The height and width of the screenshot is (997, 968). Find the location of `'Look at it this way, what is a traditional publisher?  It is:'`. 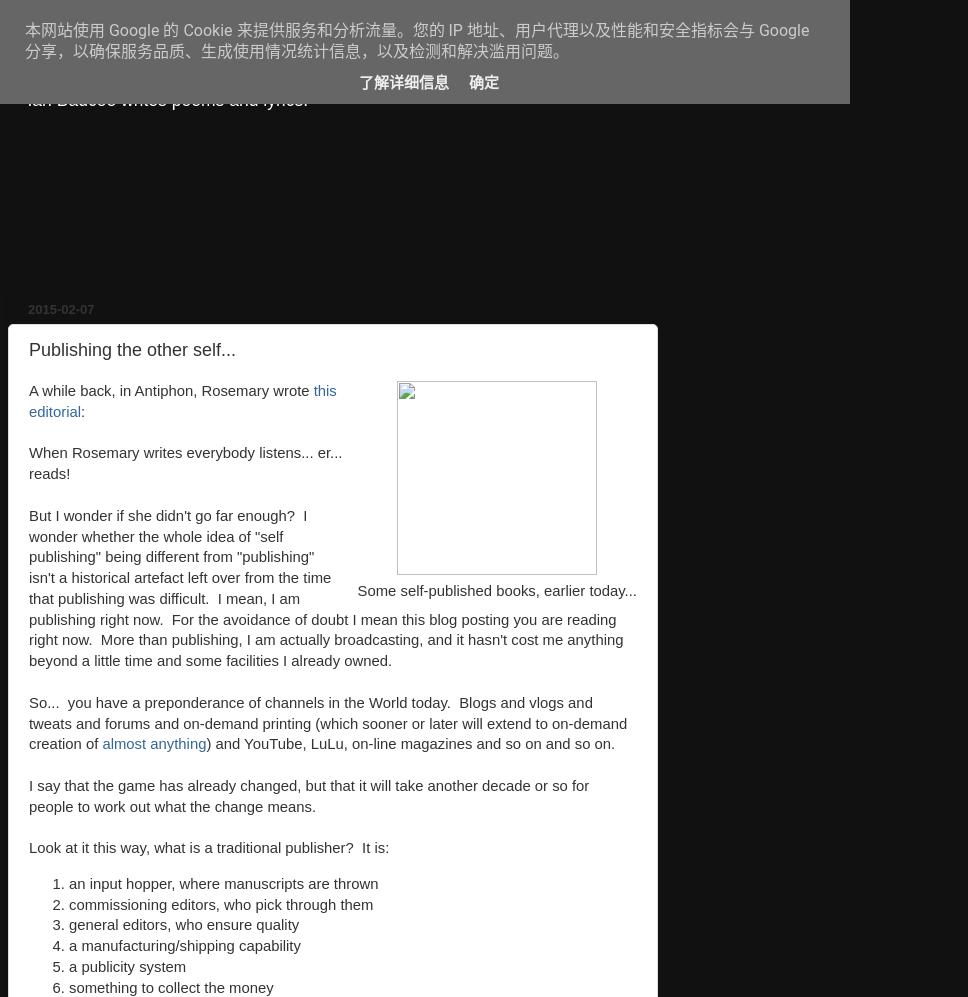

'Look at it this way, what is a traditional publisher?  It is:' is located at coordinates (207, 848).